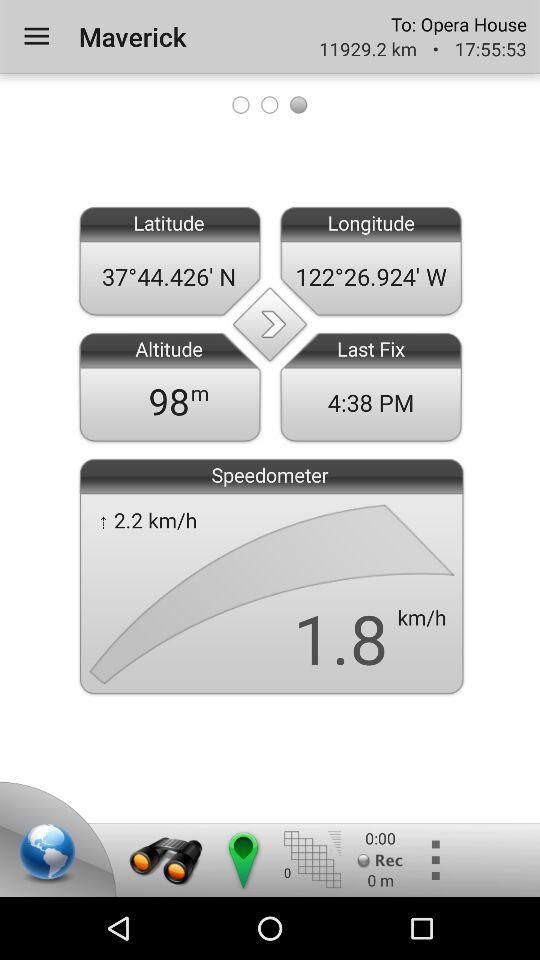 The width and height of the screenshot is (540, 960). What do you see at coordinates (36, 35) in the screenshot?
I see `the app next to maverick icon` at bounding box center [36, 35].